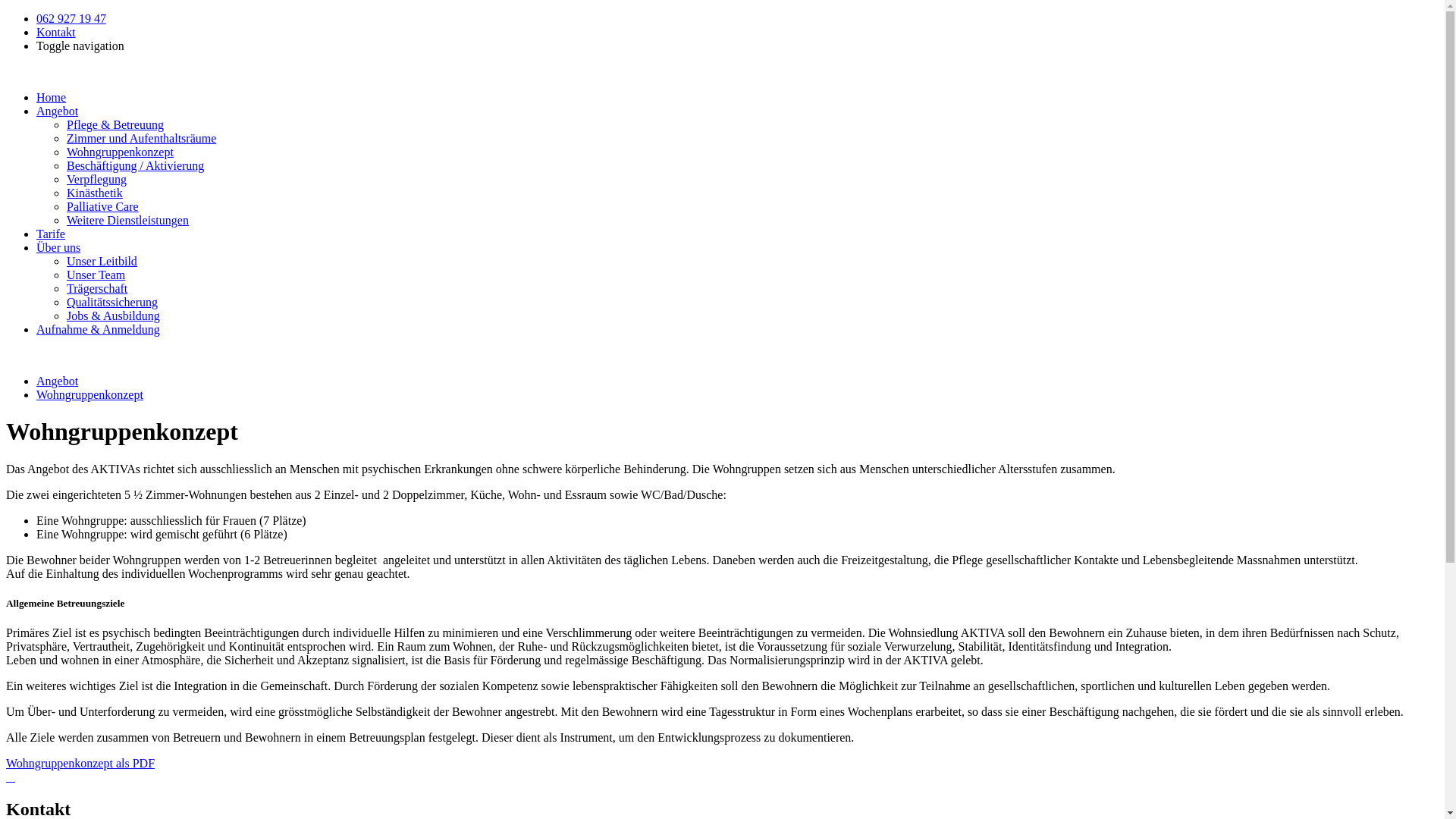 This screenshot has height=819, width=1456. What do you see at coordinates (7, 777) in the screenshot?
I see `'WG2.JPG'` at bounding box center [7, 777].